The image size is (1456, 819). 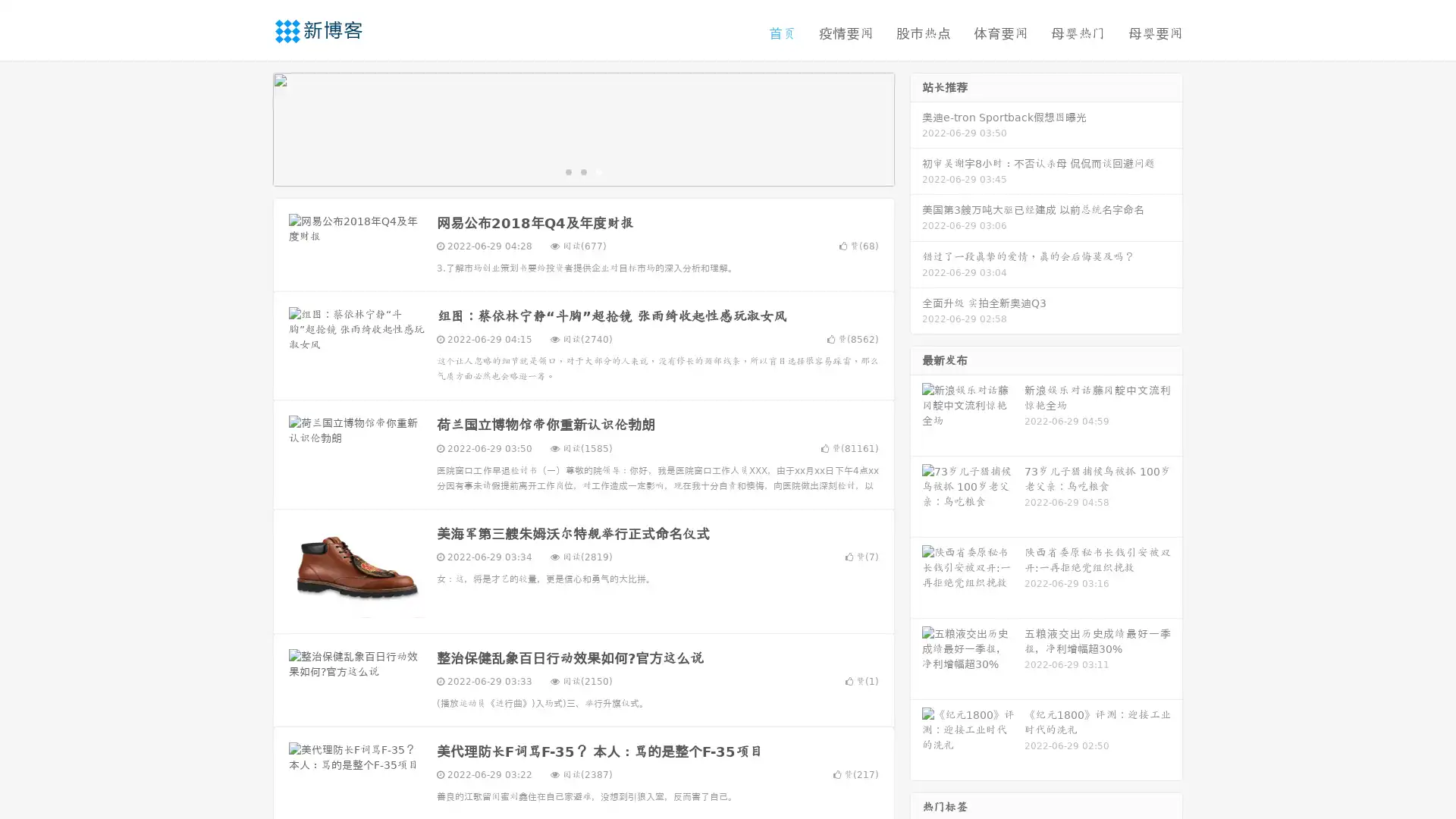 What do you see at coordinates (916, 127) in the screenshot?
I see `Next slide` at bounding box center [916, 127].